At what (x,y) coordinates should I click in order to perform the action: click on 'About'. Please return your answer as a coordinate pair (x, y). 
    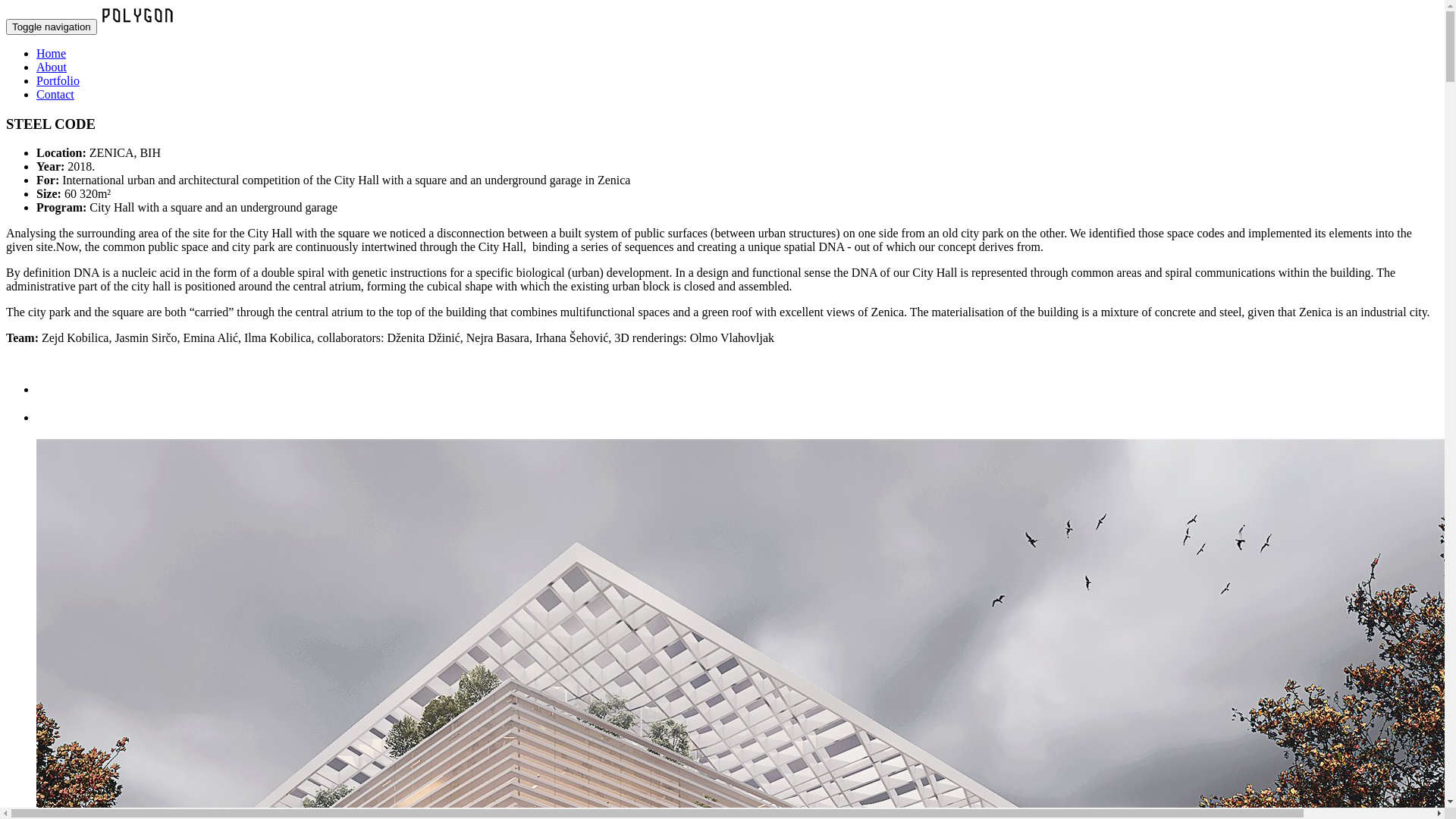
    Looking at the image, I should click on (51, 66).